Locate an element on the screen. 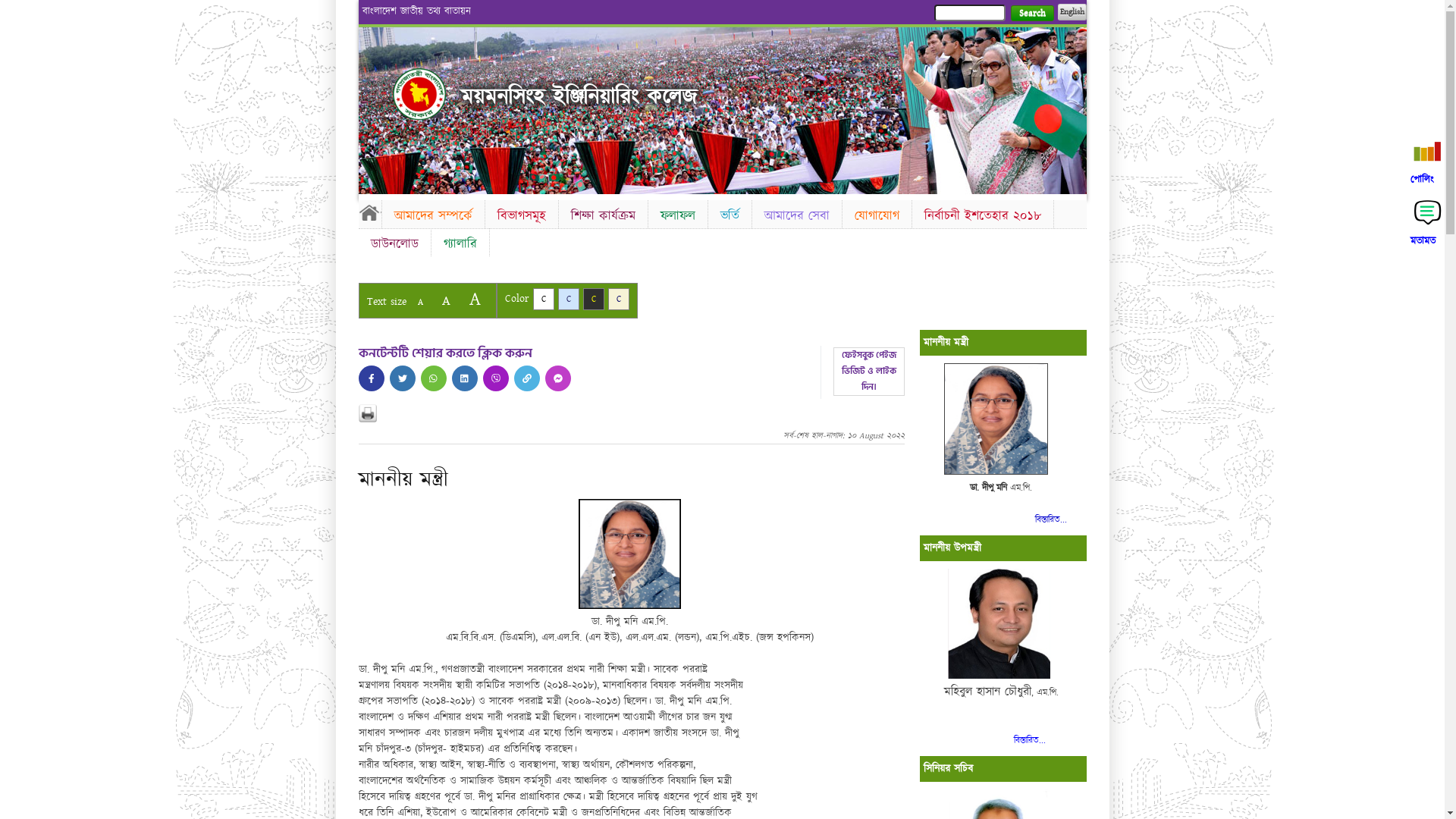  'A' is located at coordinates (460, 299).